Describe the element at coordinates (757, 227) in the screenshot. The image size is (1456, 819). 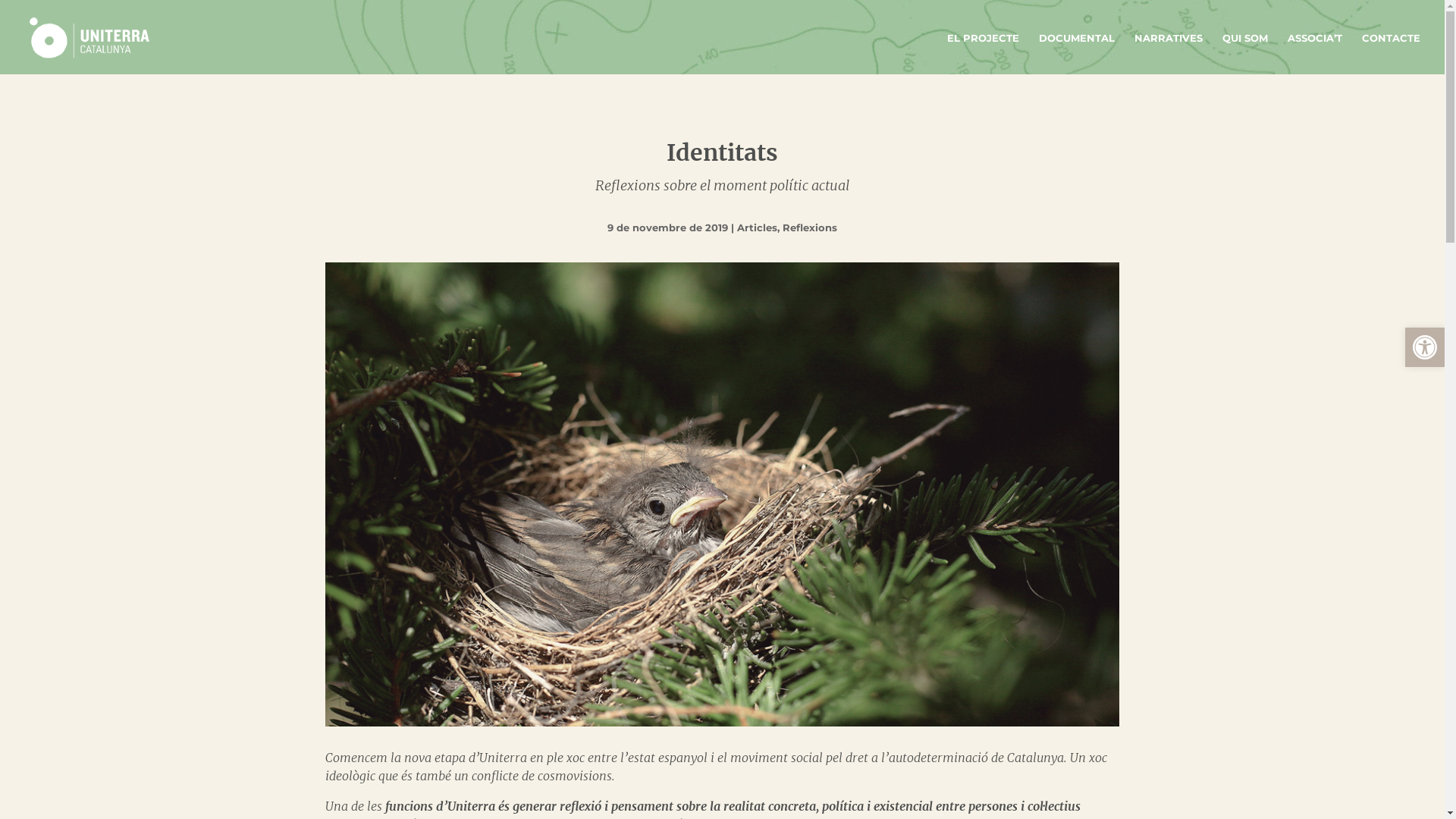
I see `'Articles'` at that location.